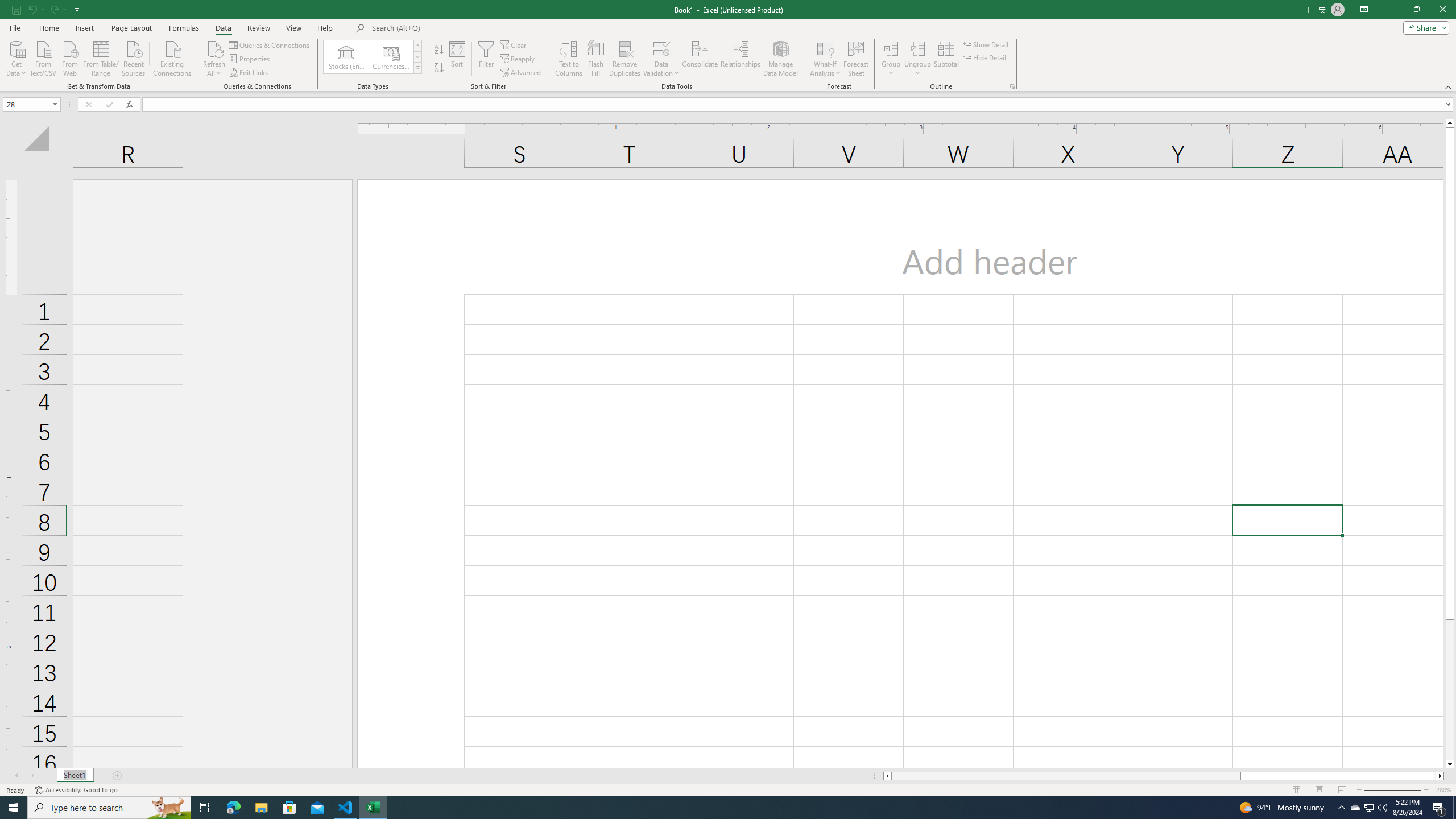 The width and height of the screenshot is (1456, 819). I want to click on 'Reapply', so click(518, 59).